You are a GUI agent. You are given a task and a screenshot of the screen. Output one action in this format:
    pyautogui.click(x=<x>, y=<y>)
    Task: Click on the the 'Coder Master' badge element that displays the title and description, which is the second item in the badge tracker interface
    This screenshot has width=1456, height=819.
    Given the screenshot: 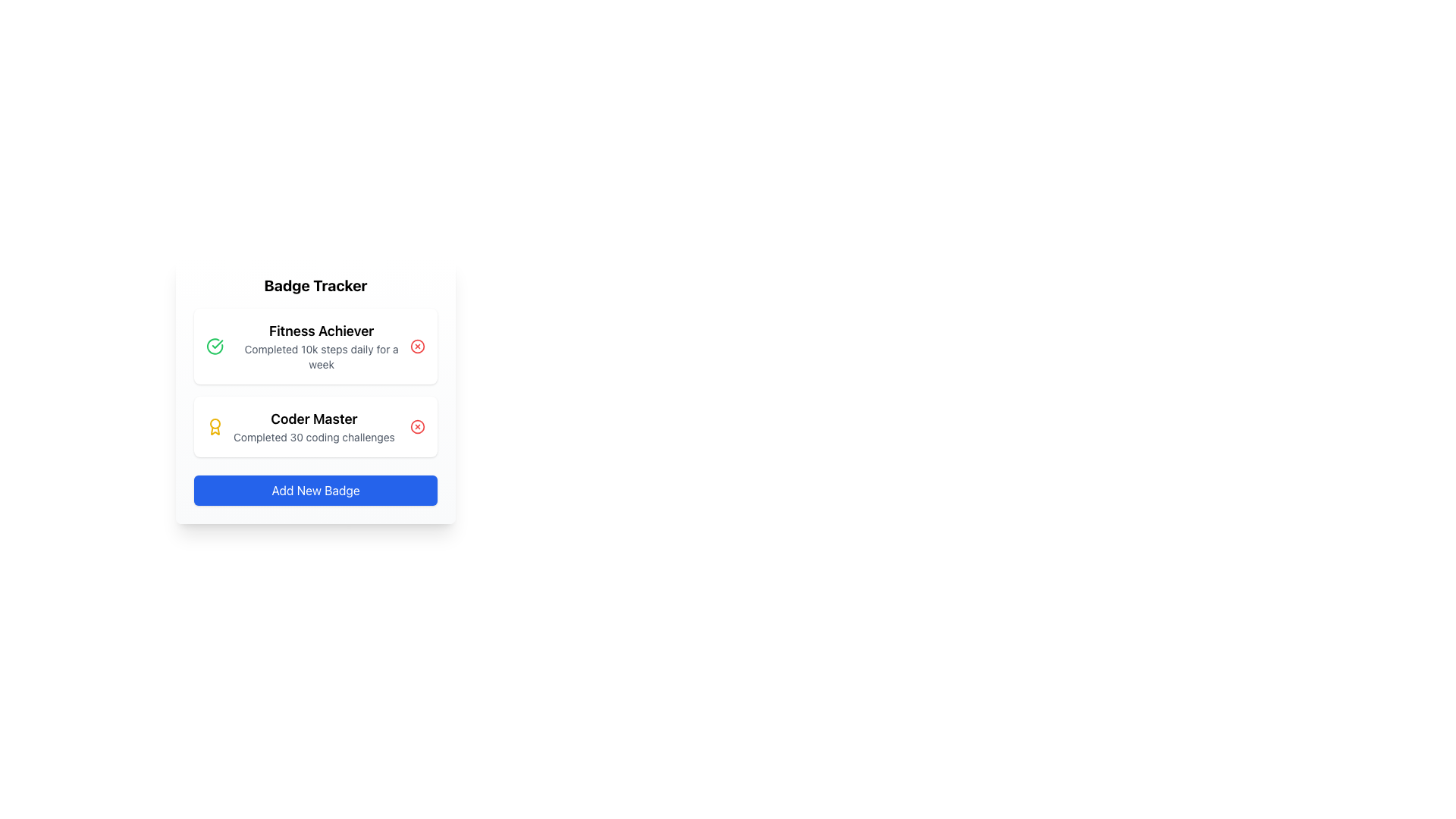 What is the action you would take?
    pyautogui.click(x=300, y=427)
    